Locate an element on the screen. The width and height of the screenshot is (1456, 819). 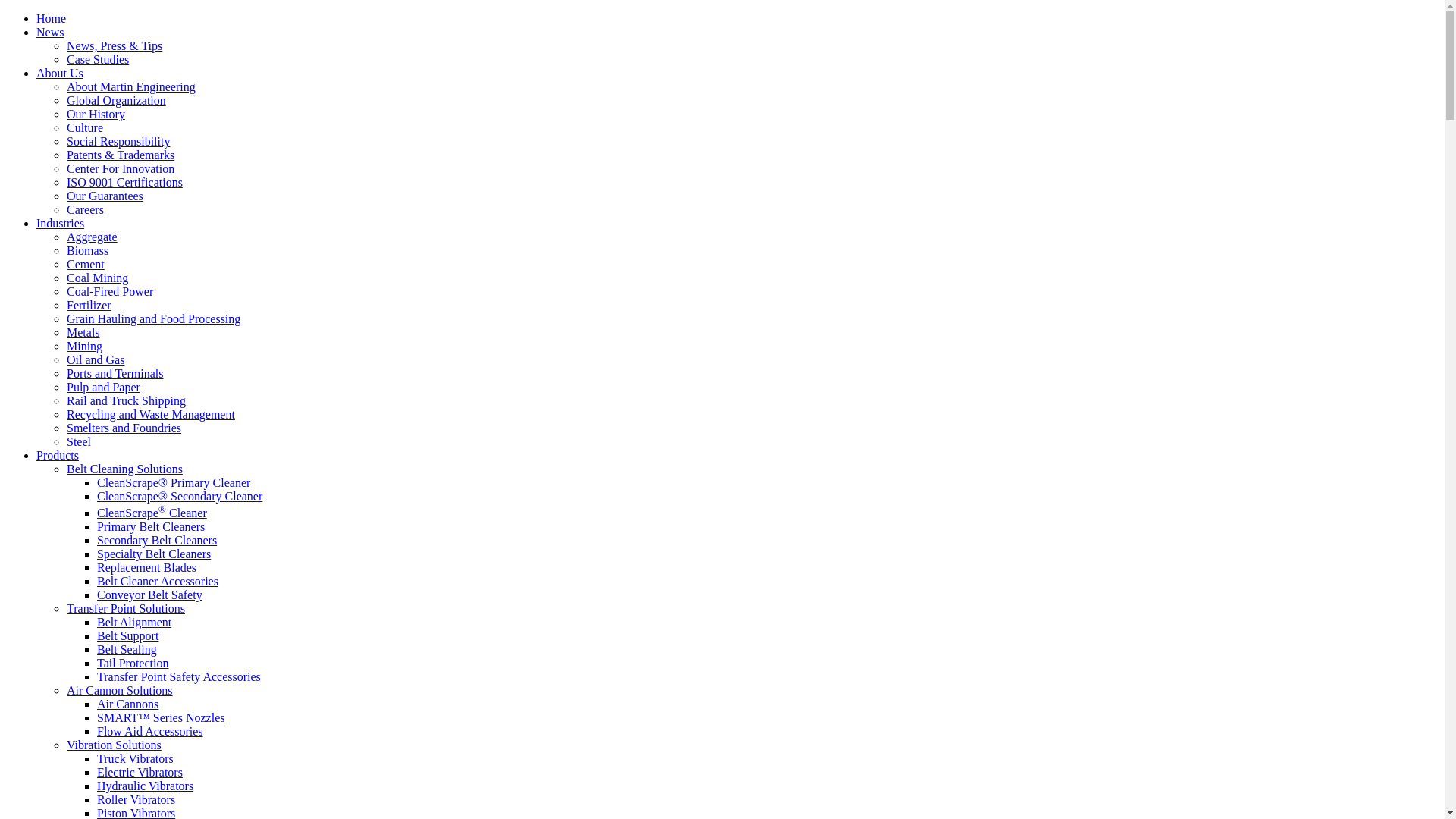
'Belt Cleaning Solutions' is located at coordinates (124, 468).